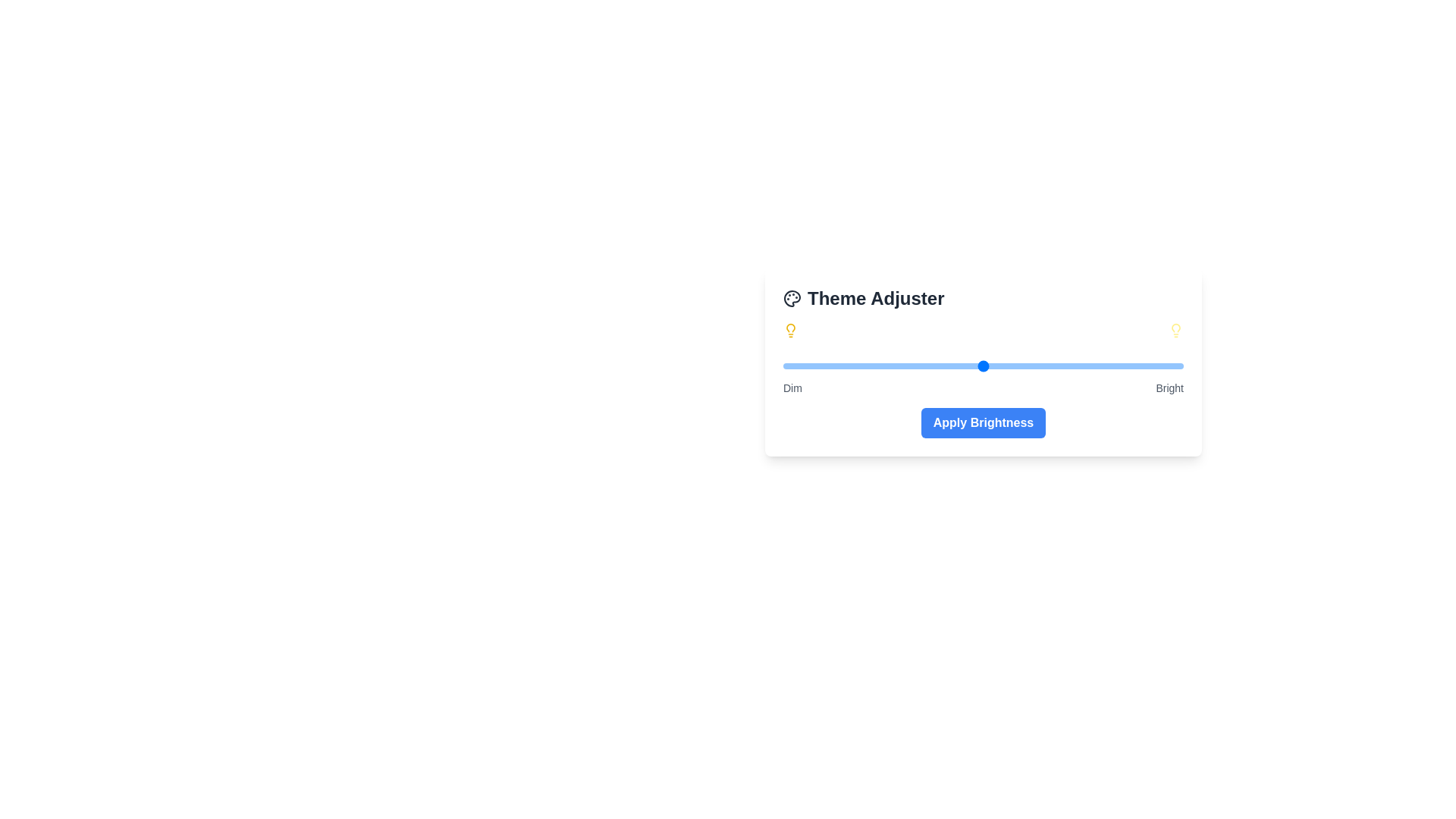 The width and height of the screenshot is (1456, 819). What do you see at coordinates (1119, 366) in the screenshot?
I see `the brightness slider to 84%` at bounding box center [1119, 366].